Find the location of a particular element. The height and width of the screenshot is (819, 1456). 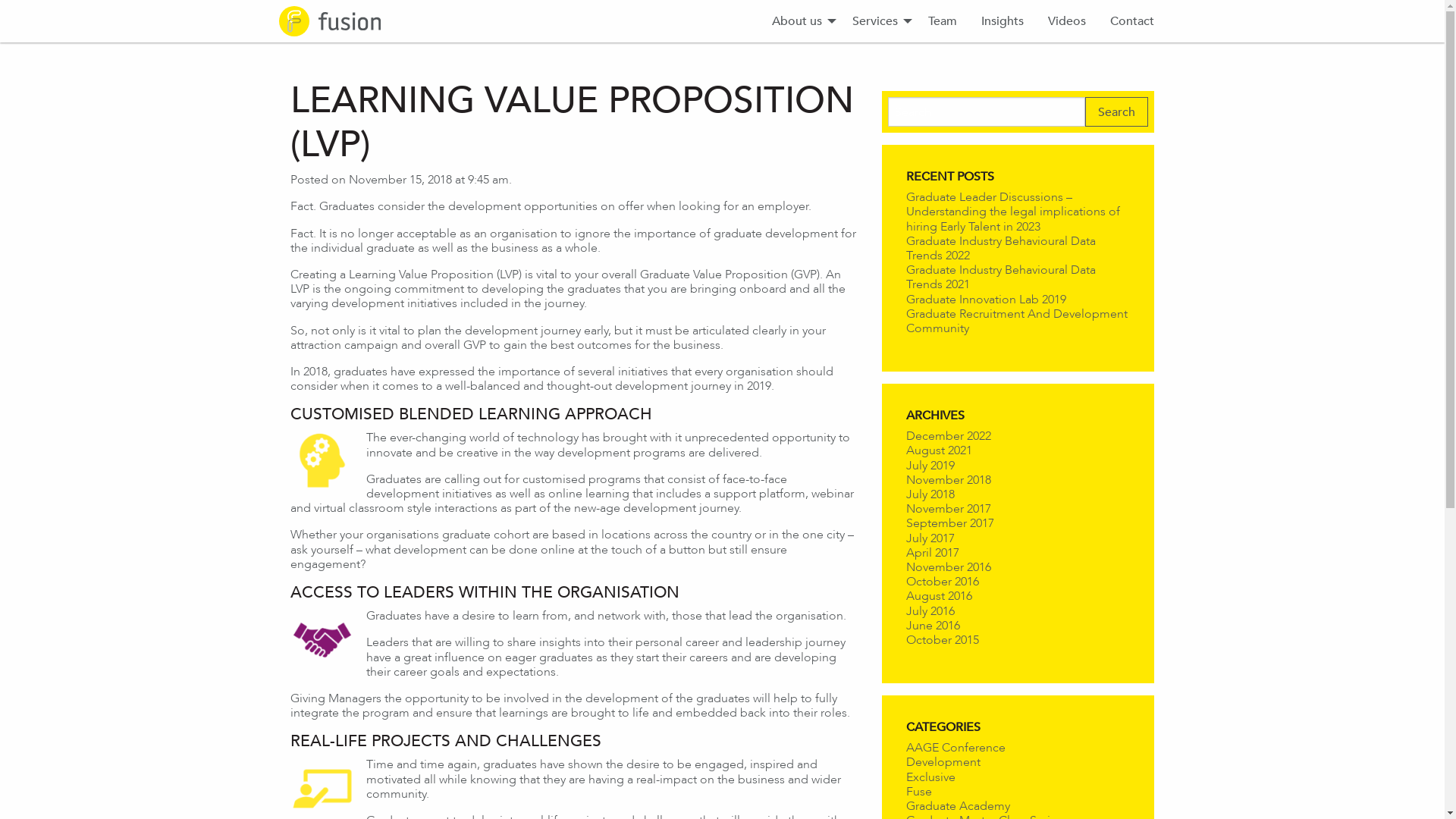

'August 2016' is located at coordinates (937, 595).